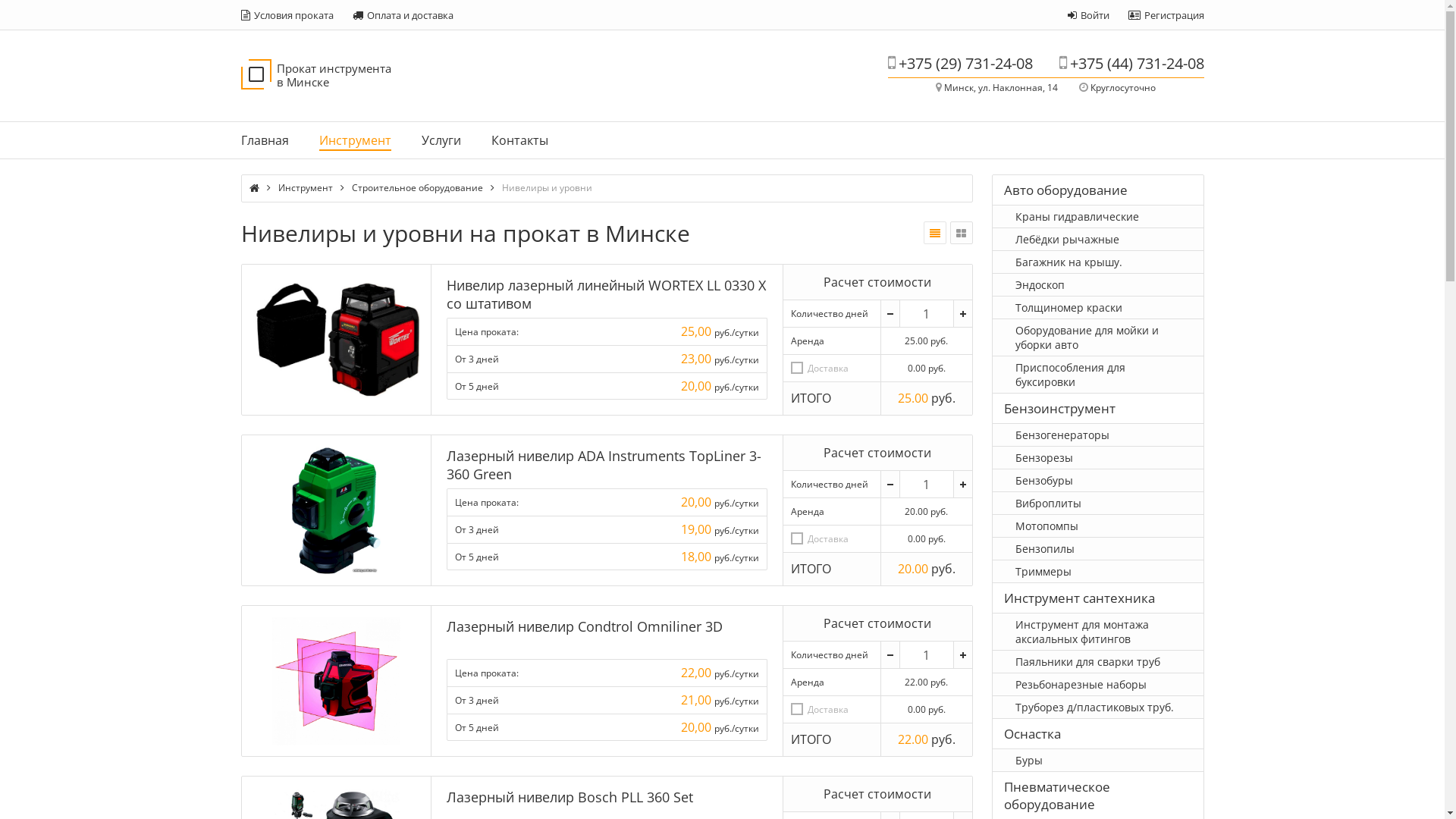 The height and width of the screenshot is (819, 1456). Describe the element at coordinates (959, 62) in the screenshot. I see `'+375 (29) 731-24-08'` at that location.